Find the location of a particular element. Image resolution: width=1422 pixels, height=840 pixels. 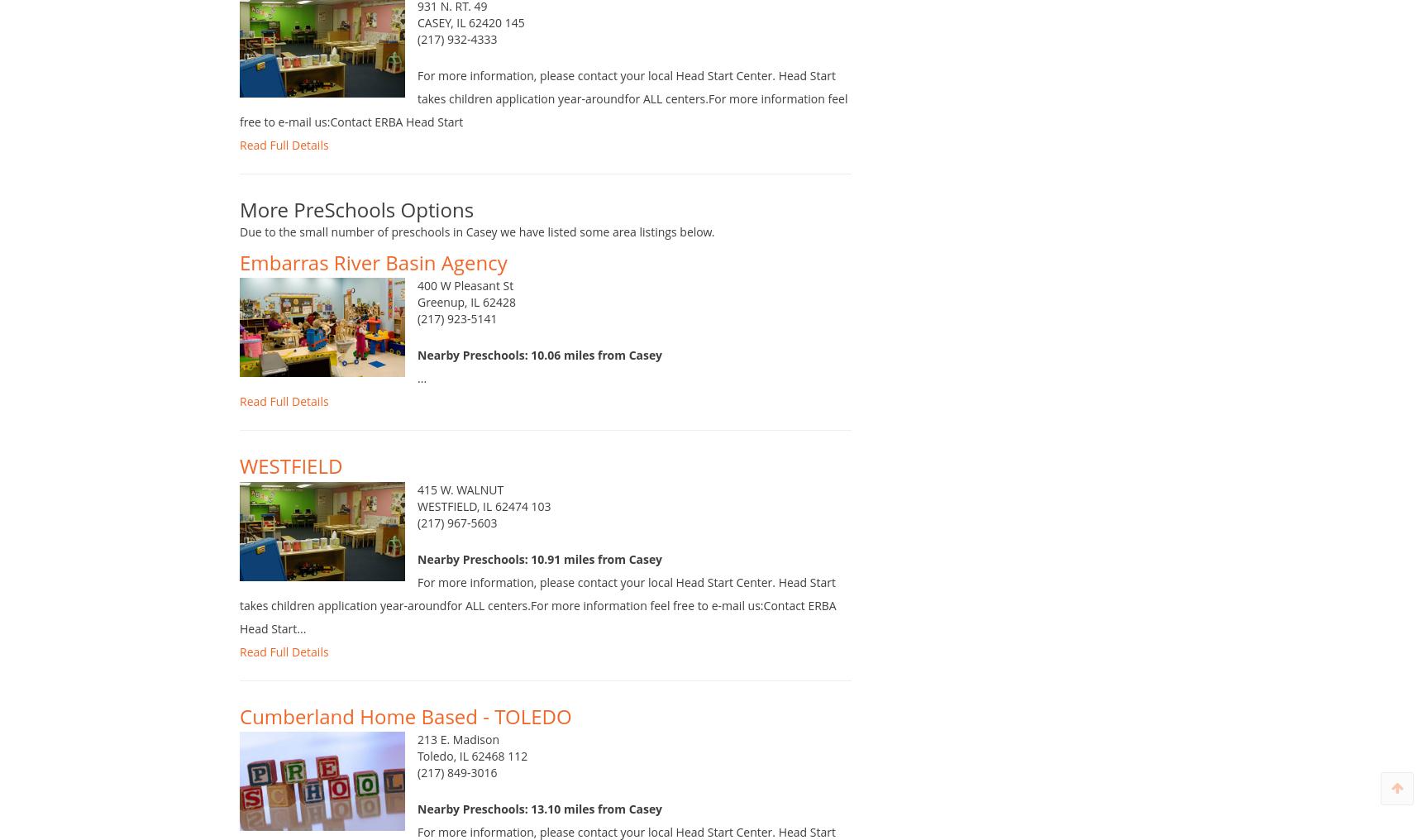

'WESTFIELD, IL 62474 103' is located at coordinates (483, 523).